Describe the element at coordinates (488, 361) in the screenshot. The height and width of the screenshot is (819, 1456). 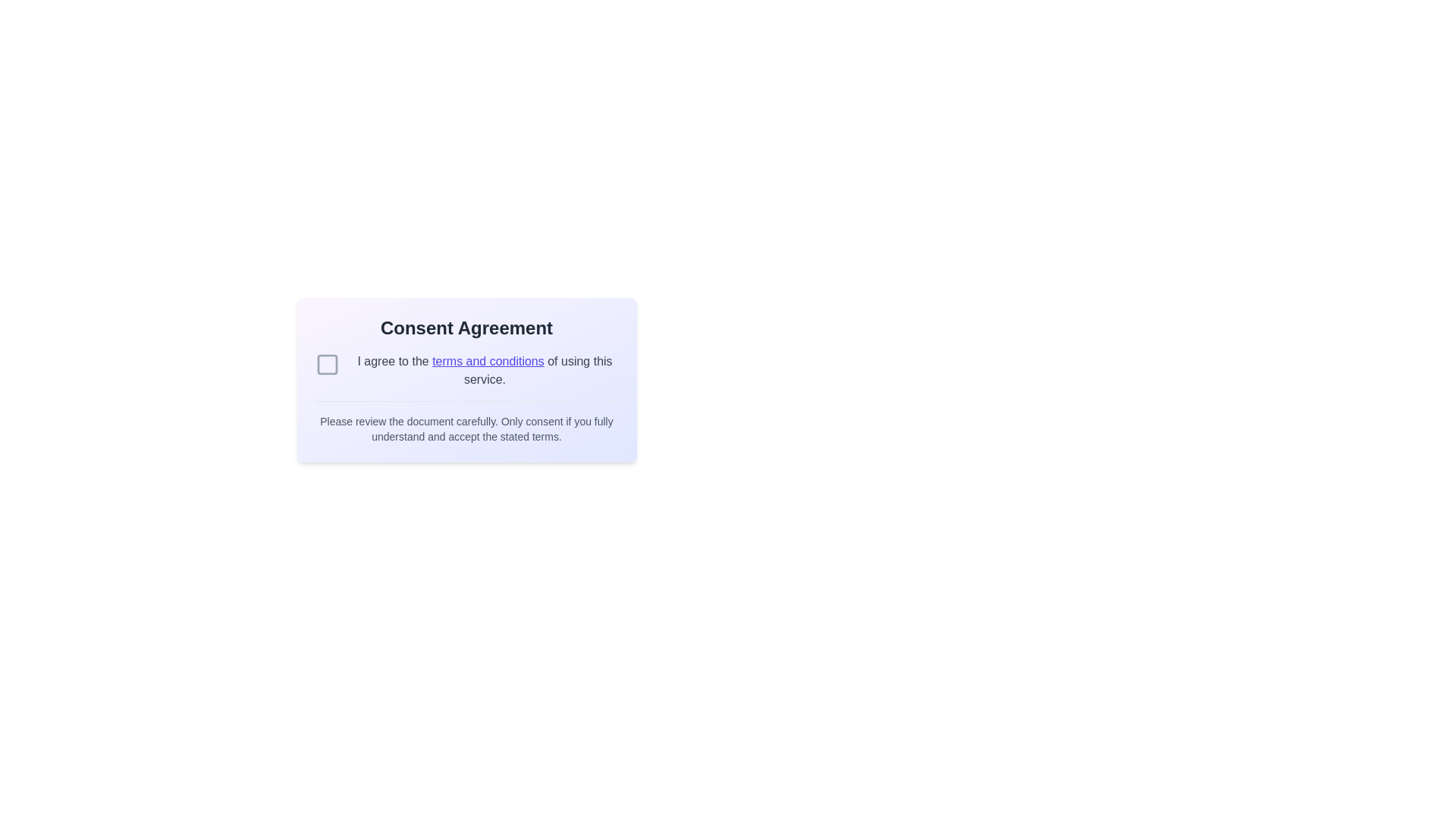
I see `the 'terms and conditions' hyperlink, which is indigo-colored and underlined, located within a consent agreement form` at that location.